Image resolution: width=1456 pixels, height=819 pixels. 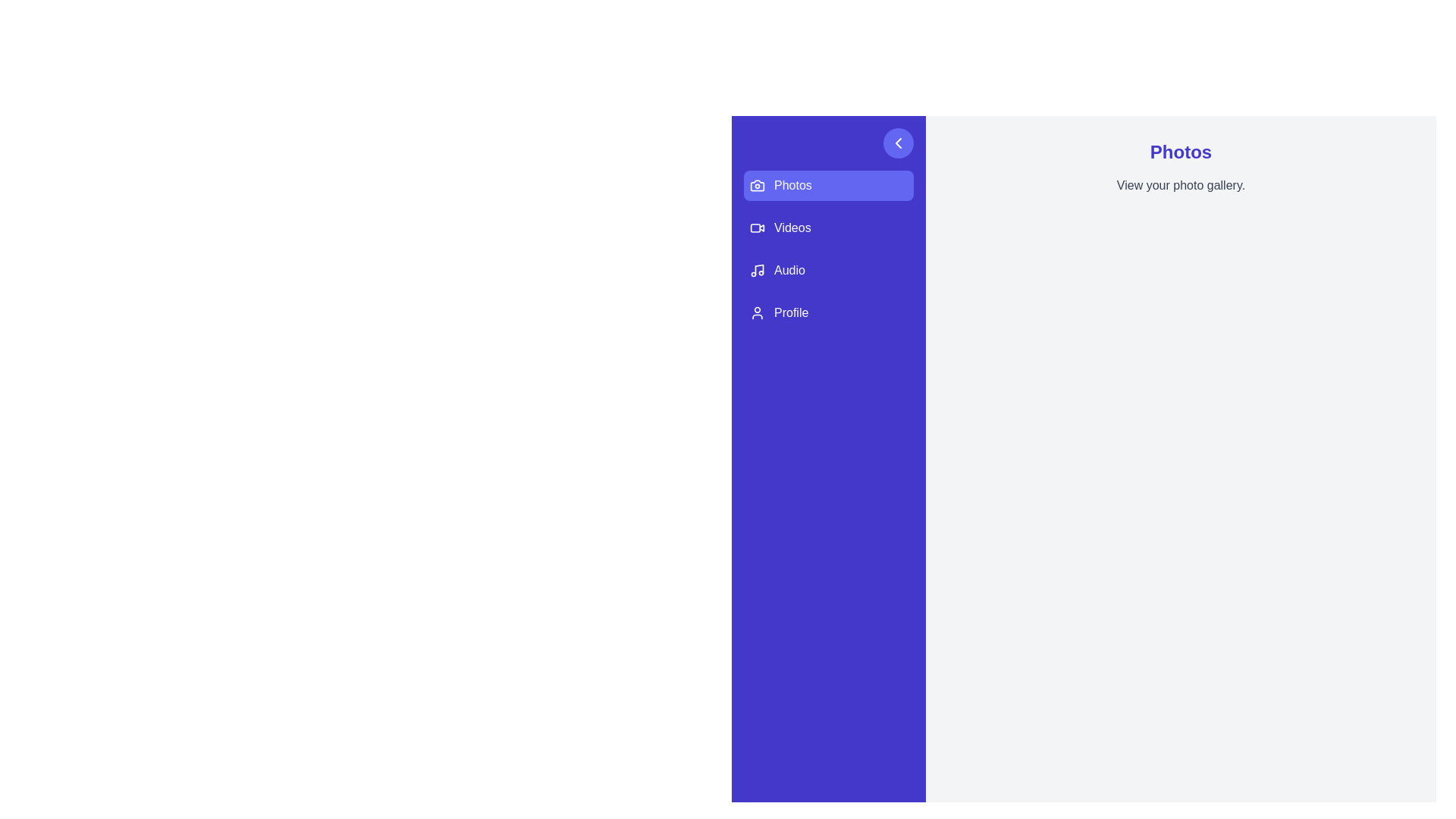 I want to click on the Profile navigation button located in the left-hand sidebar, which is the fourth item in a vertical list beneath Photos, Videos, and Audio, to trigger the UI effect indicating interactivity, so click(x=828, y=312).